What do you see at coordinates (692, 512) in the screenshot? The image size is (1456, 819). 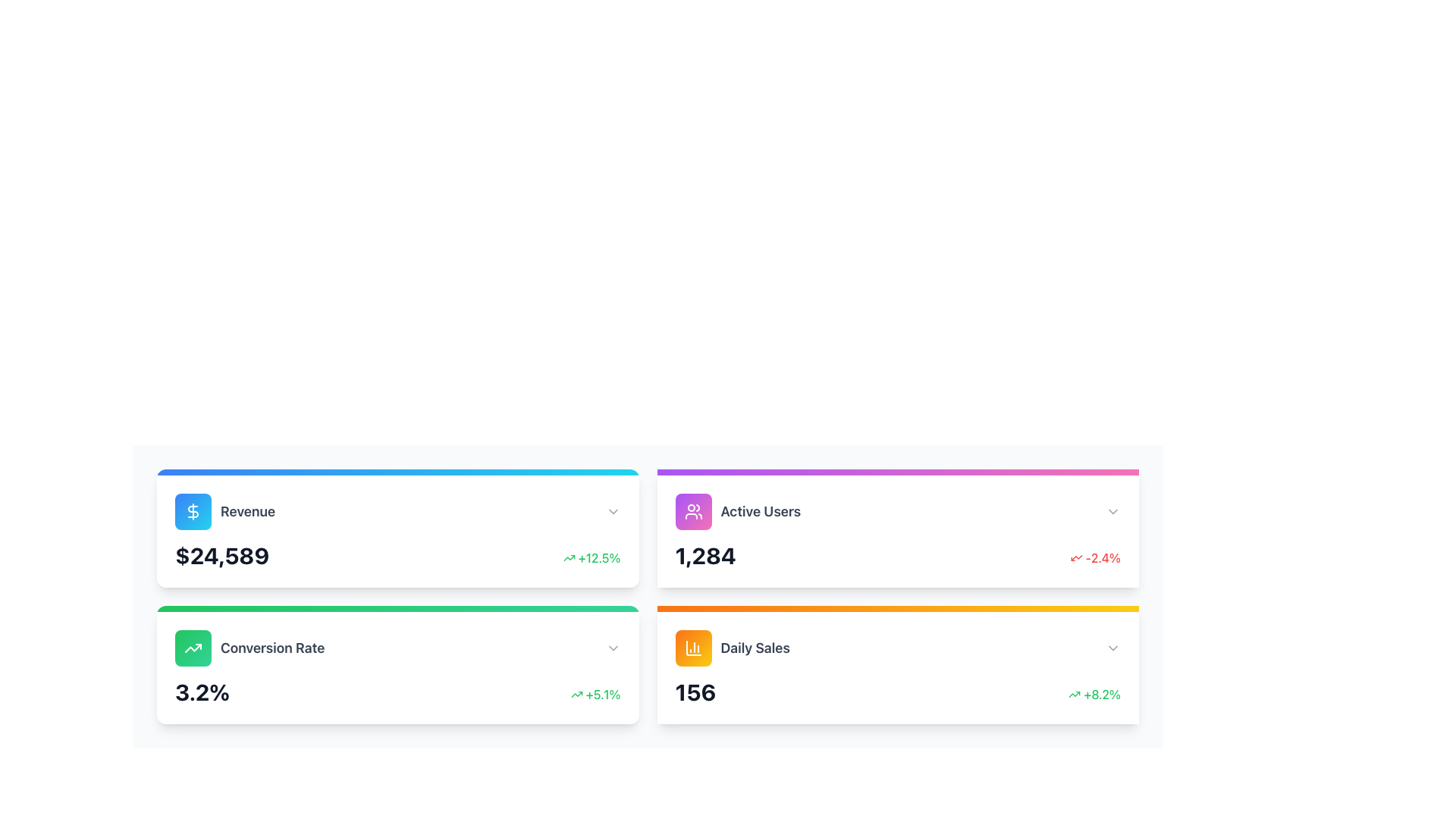 I see `the small rectangular icon with a gradient background from purple to pink, featuring a white outline of three people, located within the 'Active Users' card` at bounding box center [692, 512].